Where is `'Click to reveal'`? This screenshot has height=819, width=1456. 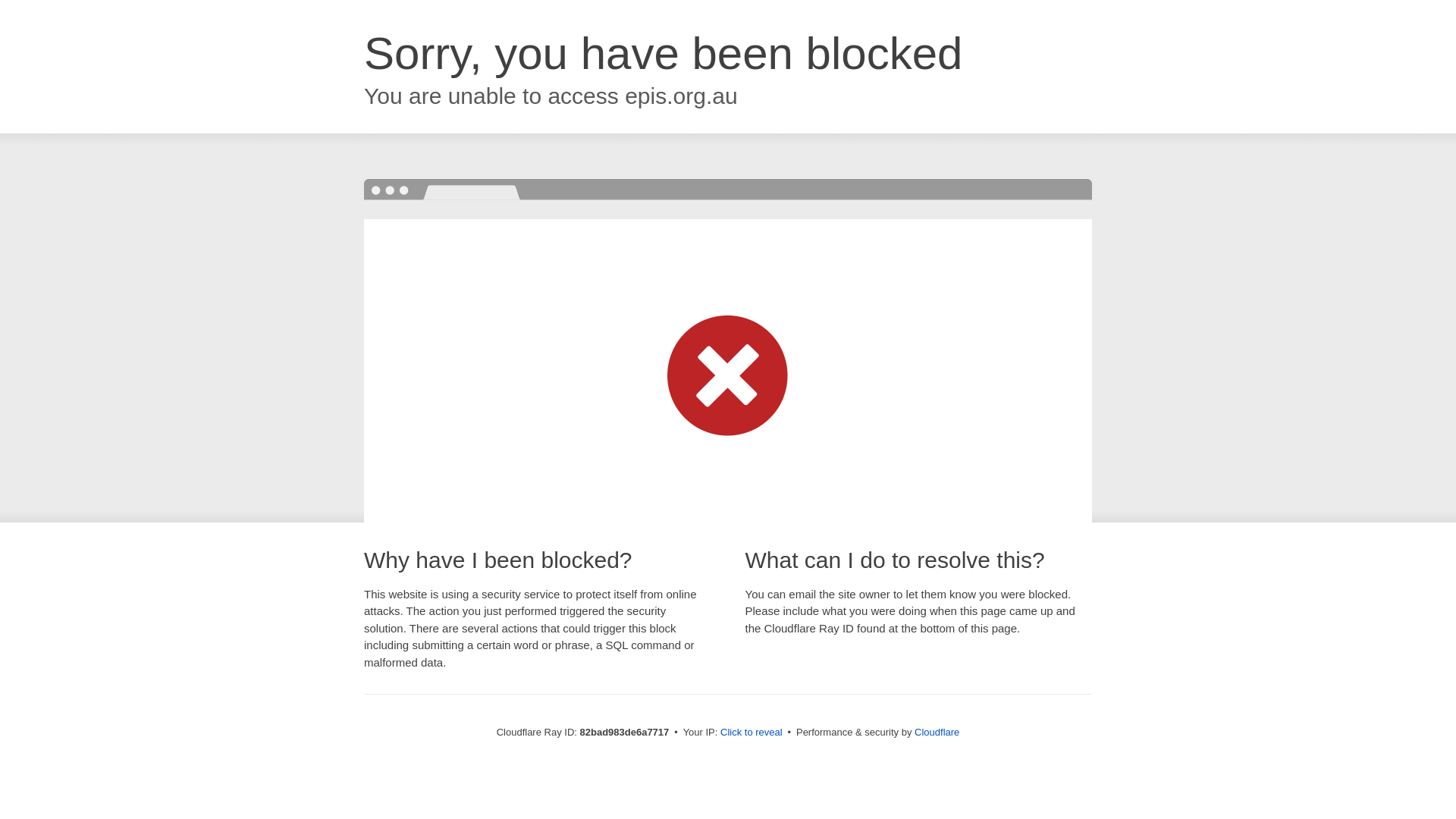
'Click to reveal' is located at coordinates (751, 731).